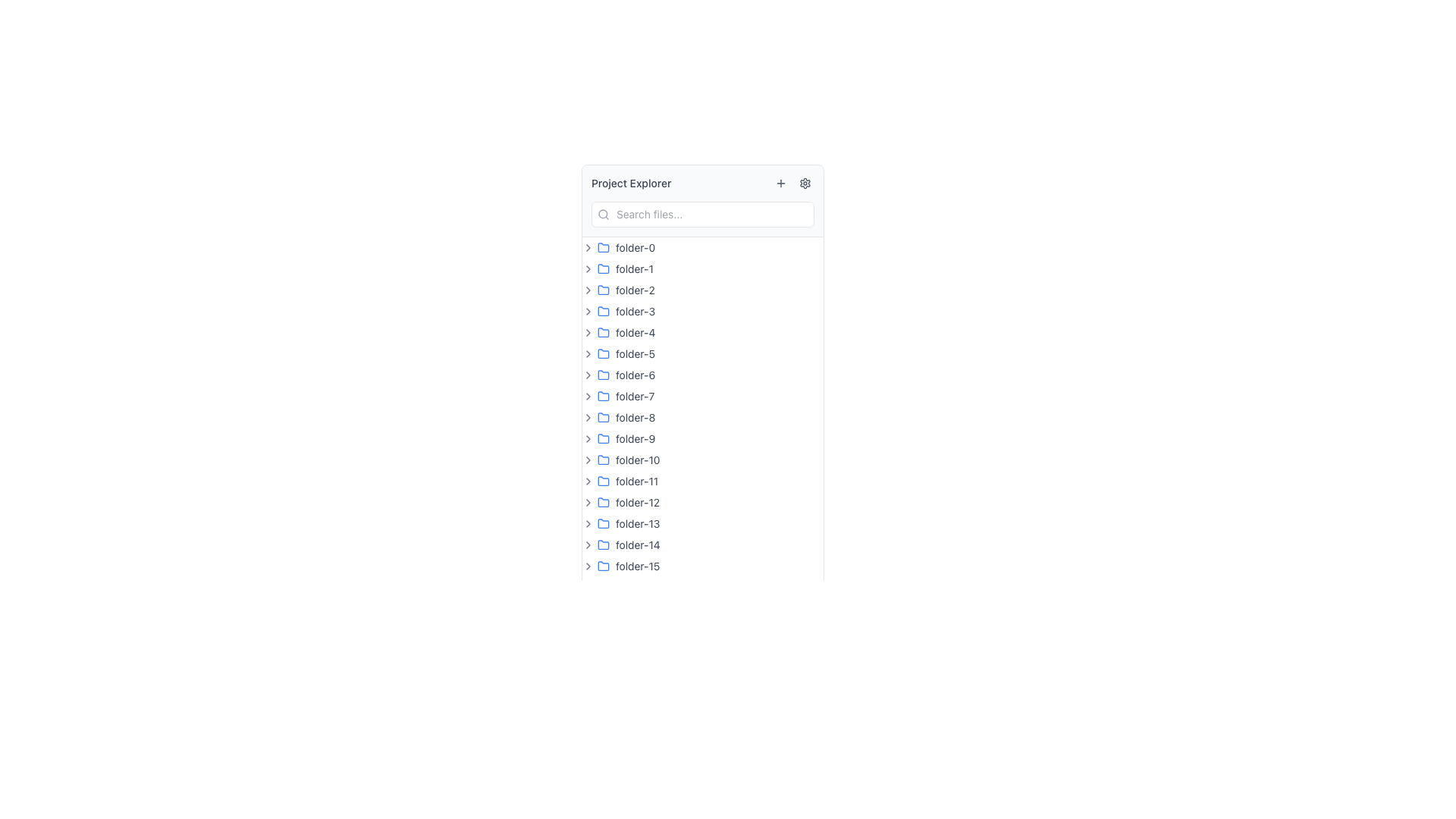  Describe the element at coordinates (588, 418) in the screenshot. I see `the small rightward arrow icon, styled in gray, located to the left of the blue folder icon associated with the 'folder-8' entry in the list` at that location.